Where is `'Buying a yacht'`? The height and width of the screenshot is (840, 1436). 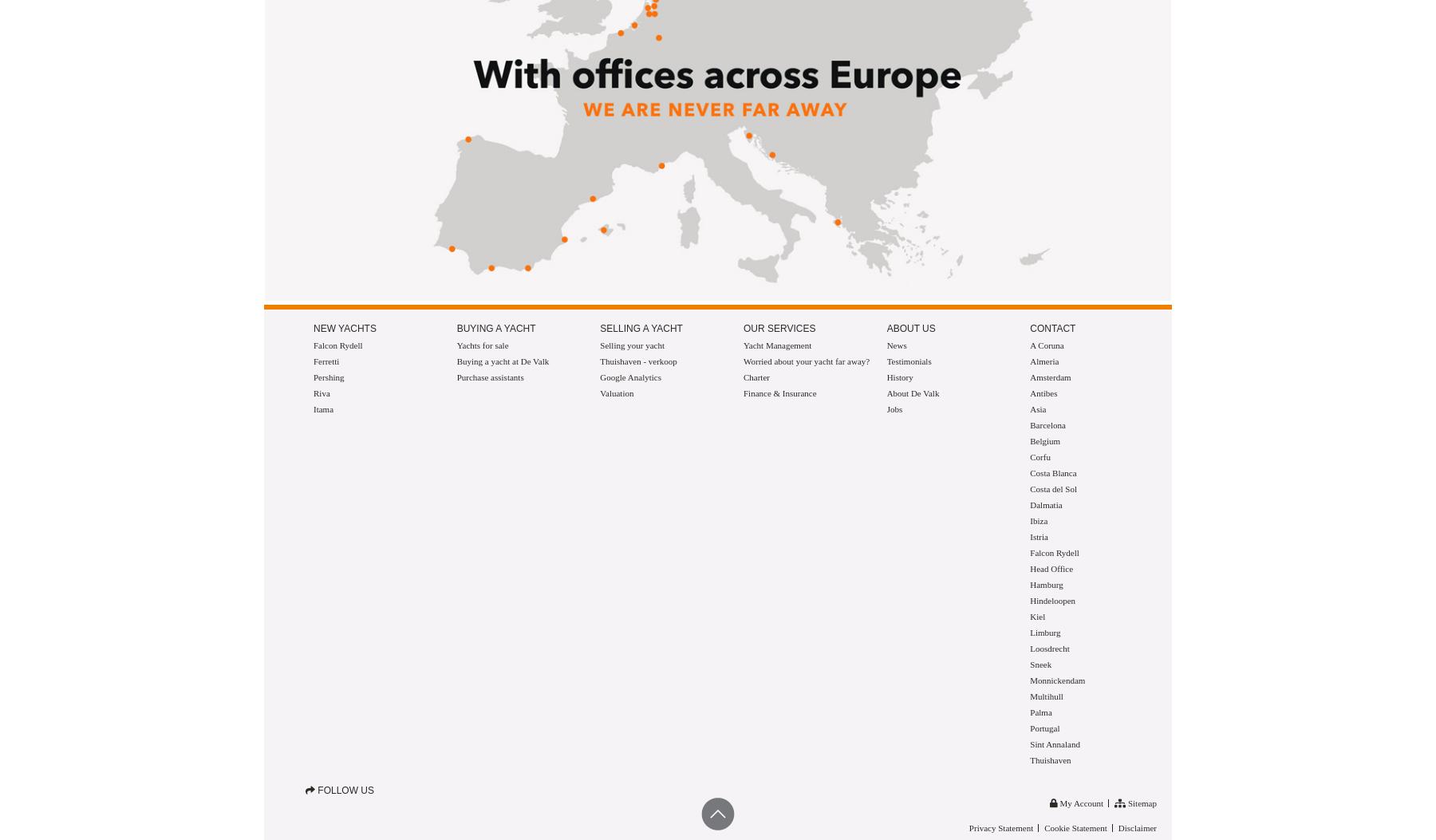
'Buying a yacht' is located at coordinates (495, 327).